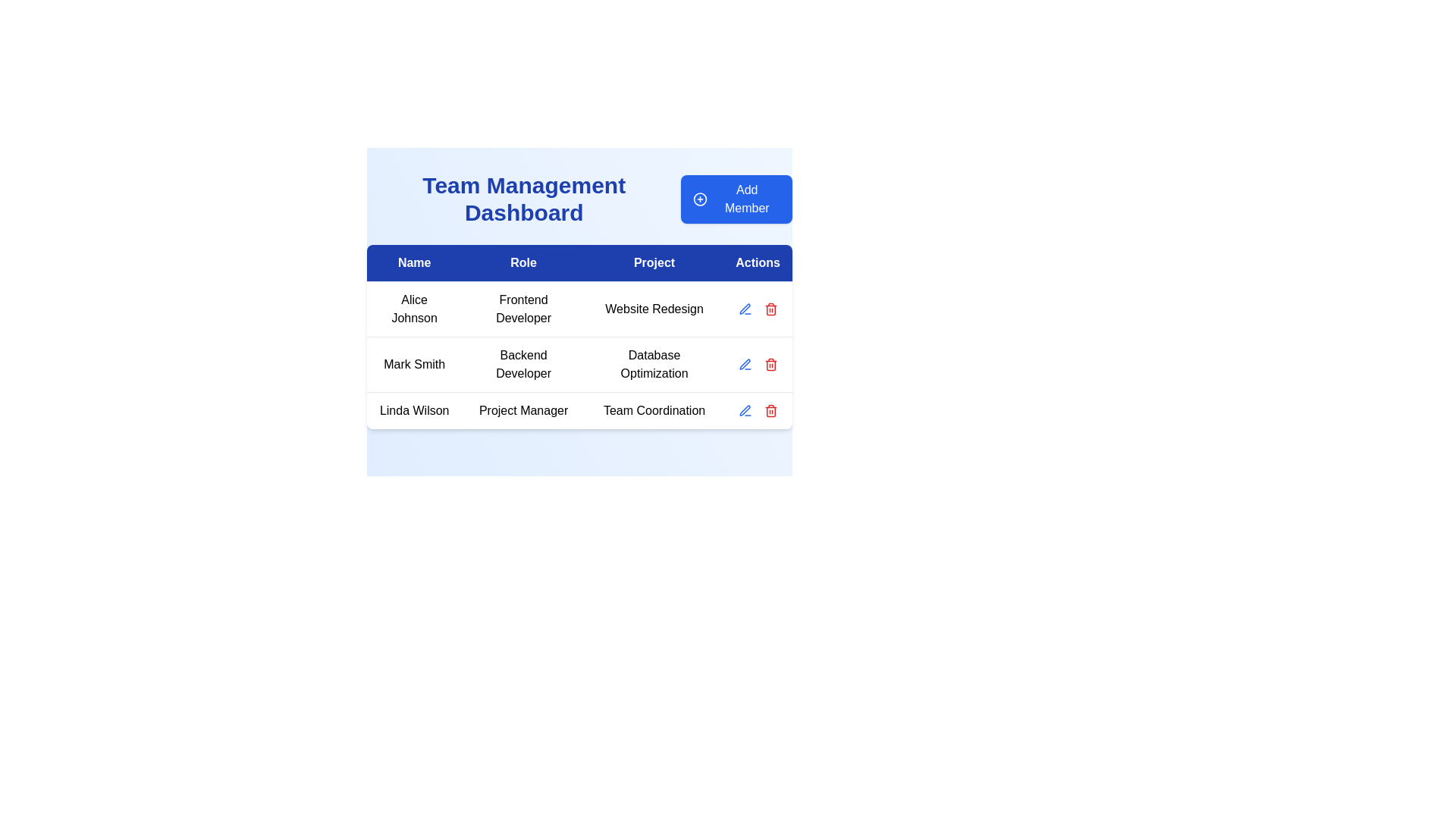 The width and height of the screenshot is (1456, 819). What do you see at coordinates (524, 198) in the screenshot?
I see `the bold blue text heading reading 'Team Management Dashboard', which is positioned above the 'Add Member' button and centered horizontally within the page` at bounding box center [524, 198].